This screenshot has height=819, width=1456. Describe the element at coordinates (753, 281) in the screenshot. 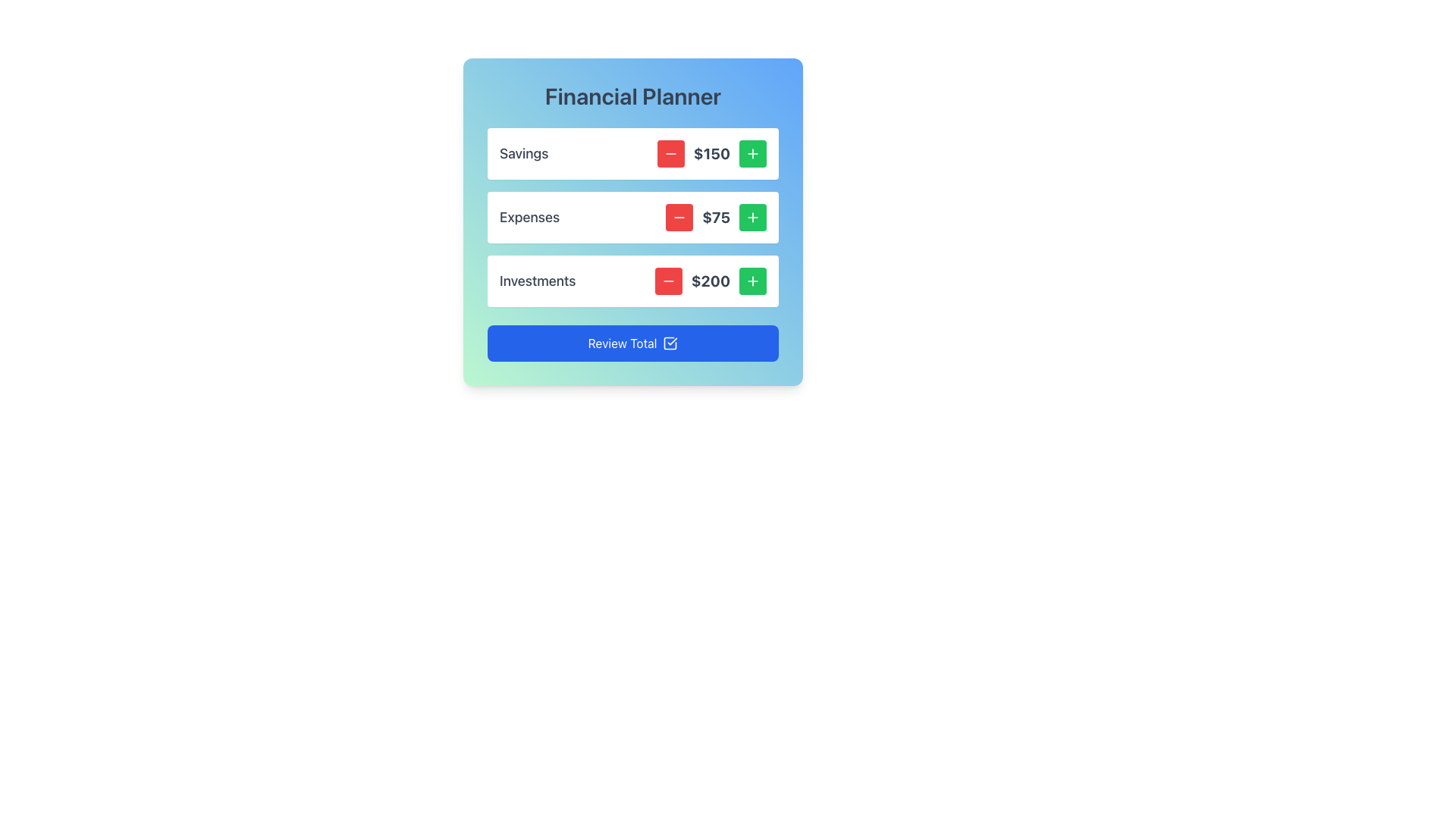

I see `the increment icon within the green button located at the rightmost position of the 'Investments' row to increase the investment value` at that location.